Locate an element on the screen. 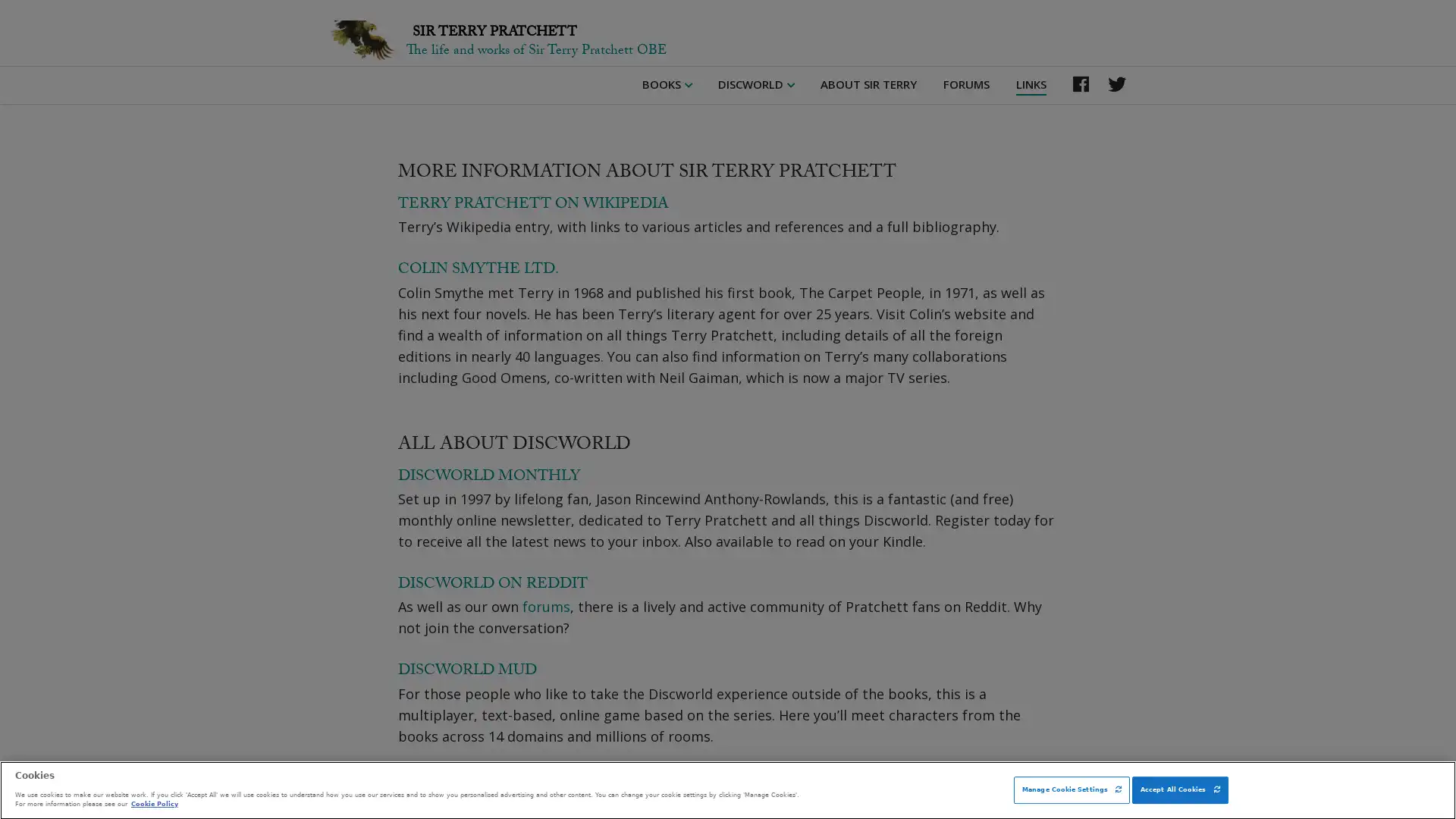 The image size is (1456, 819). Manage Cookie Settings is located at coordinates (1071, 789).